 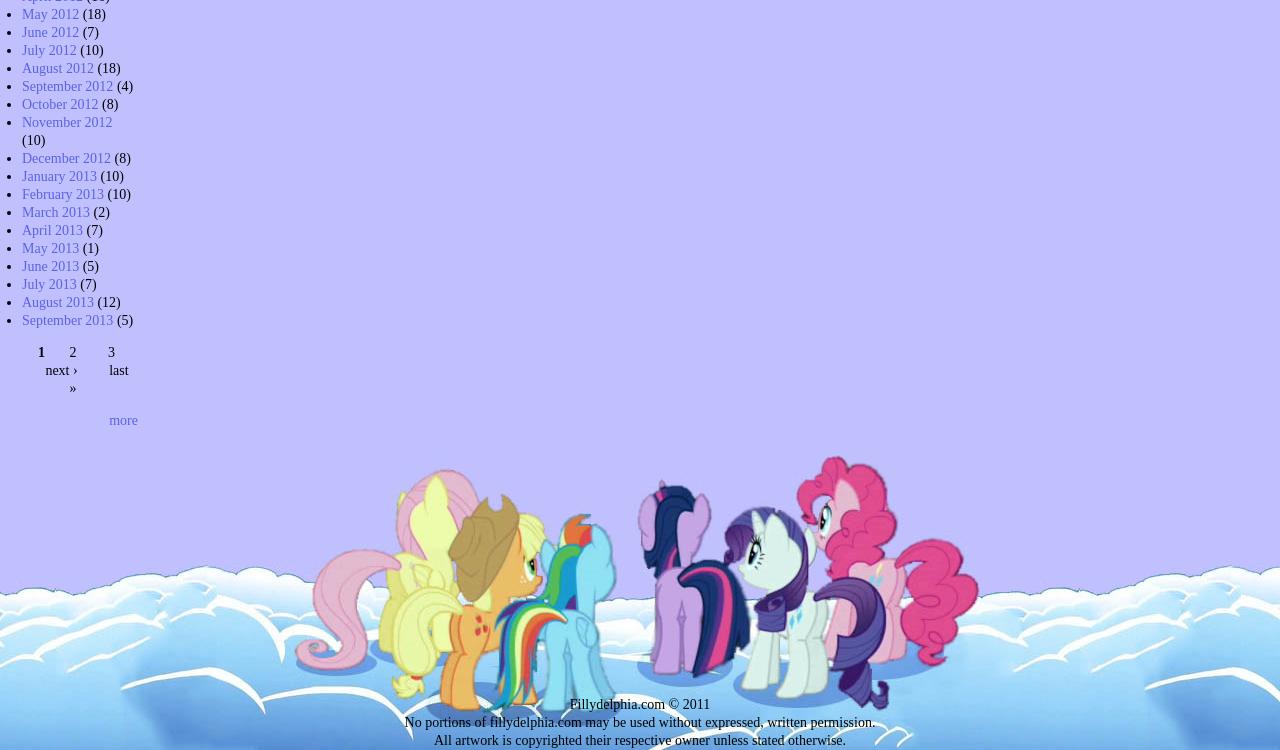 What do you see at coordinates (55, 210) in the screenshot?
I see `'March 2013'` at bounding box center [55, 210].